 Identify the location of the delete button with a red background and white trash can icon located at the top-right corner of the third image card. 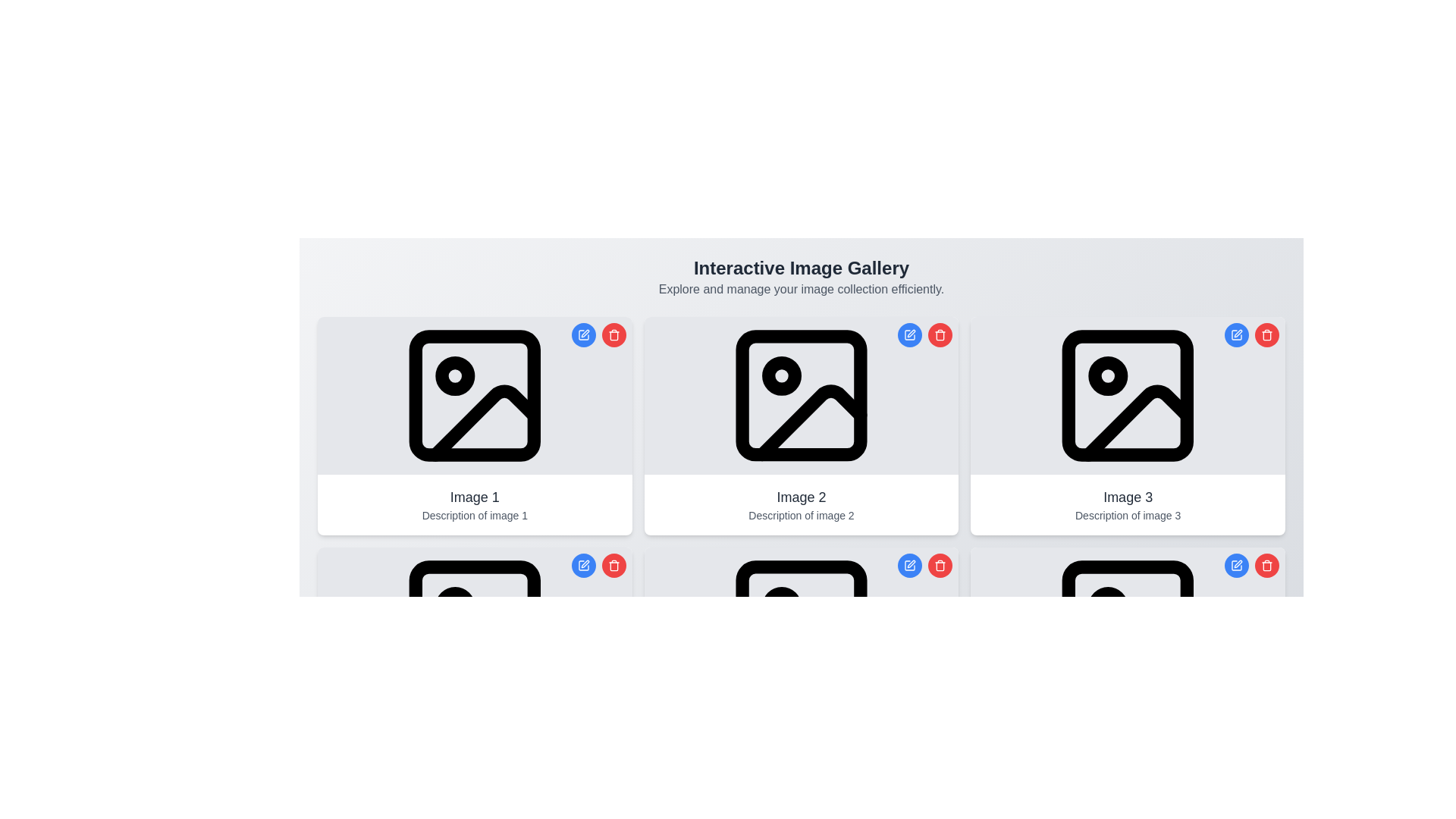
(613, 565).